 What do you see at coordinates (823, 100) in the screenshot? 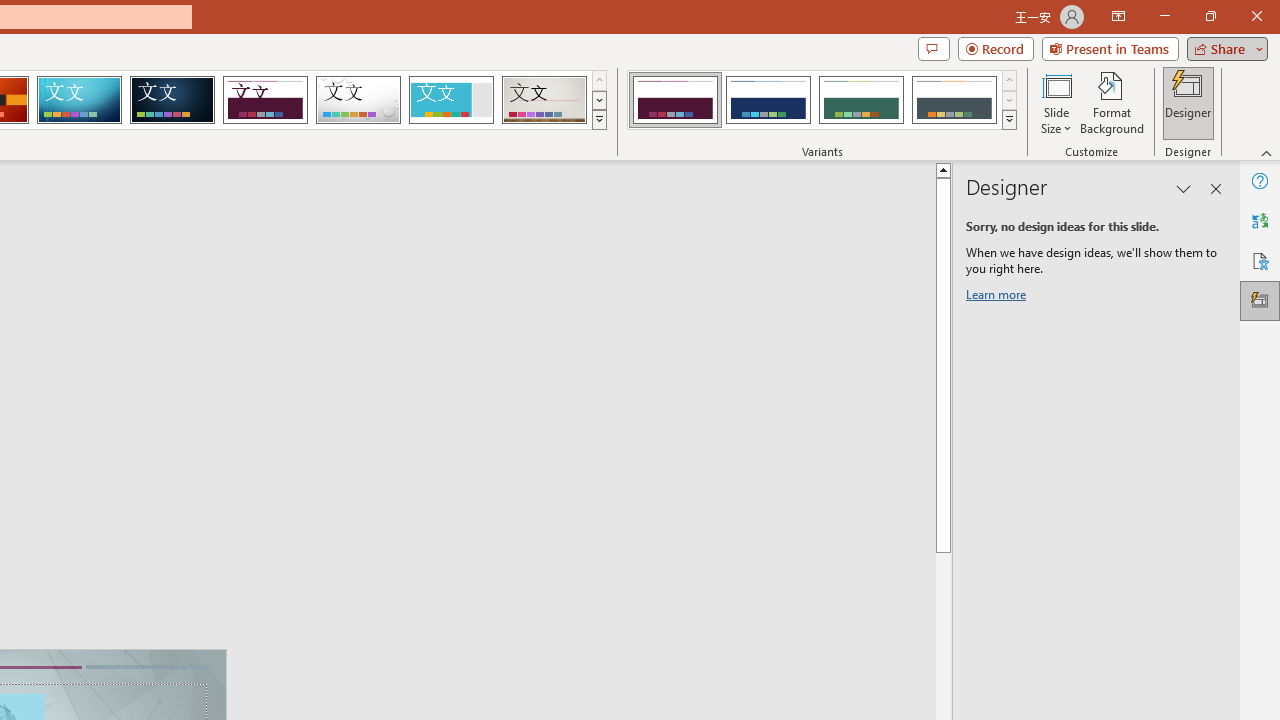
I see `'AutomationID: ThemeVariantsGallery'` at bounding box center [823, 100].